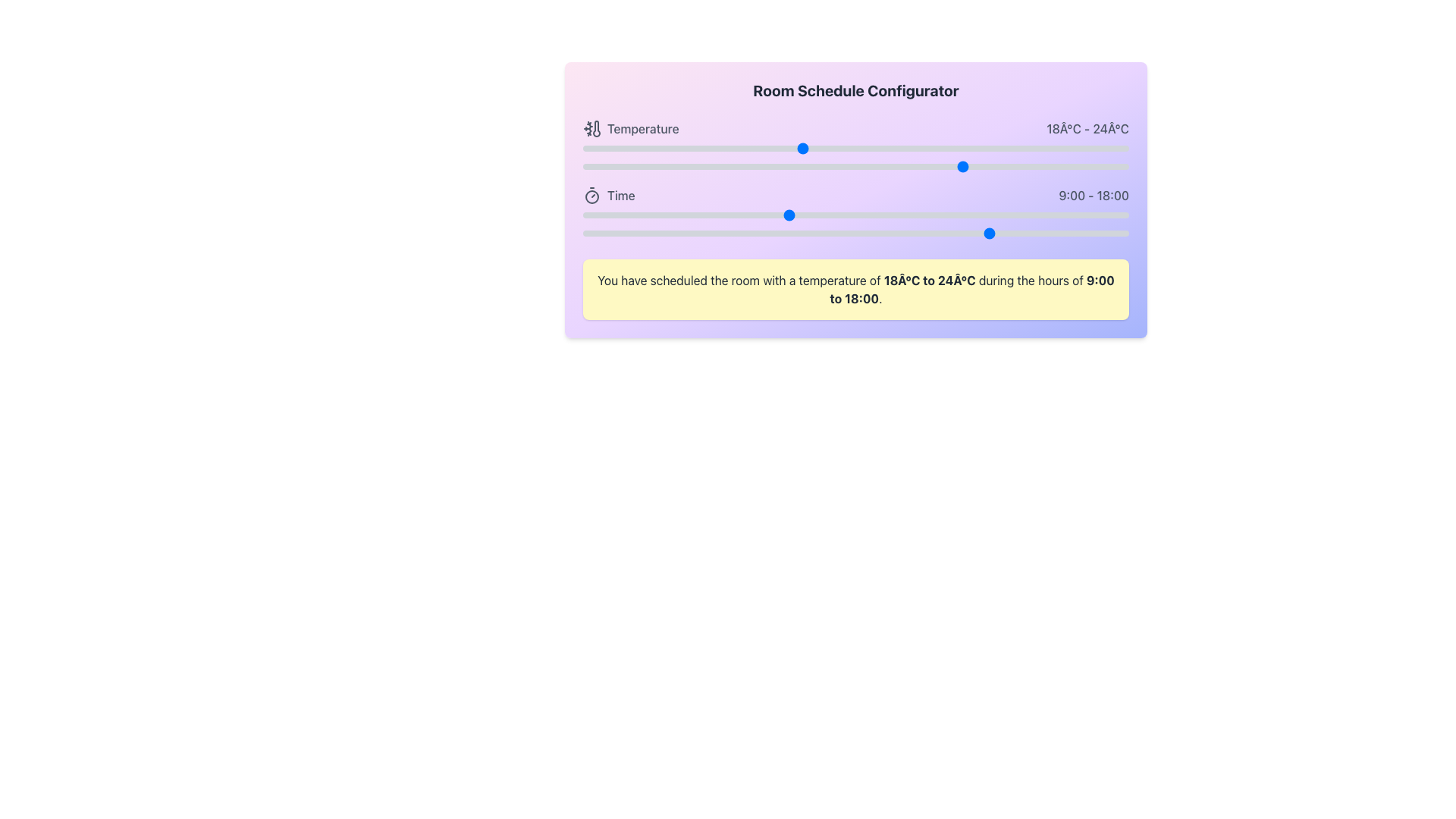 This screenshot has width=1456, height=819. I want to click on the Label that represents the time-related controls or outputs, positioned below the Temperature label and to the left of the time range displayed as '9:00 - 18:00', so click(609, 195).